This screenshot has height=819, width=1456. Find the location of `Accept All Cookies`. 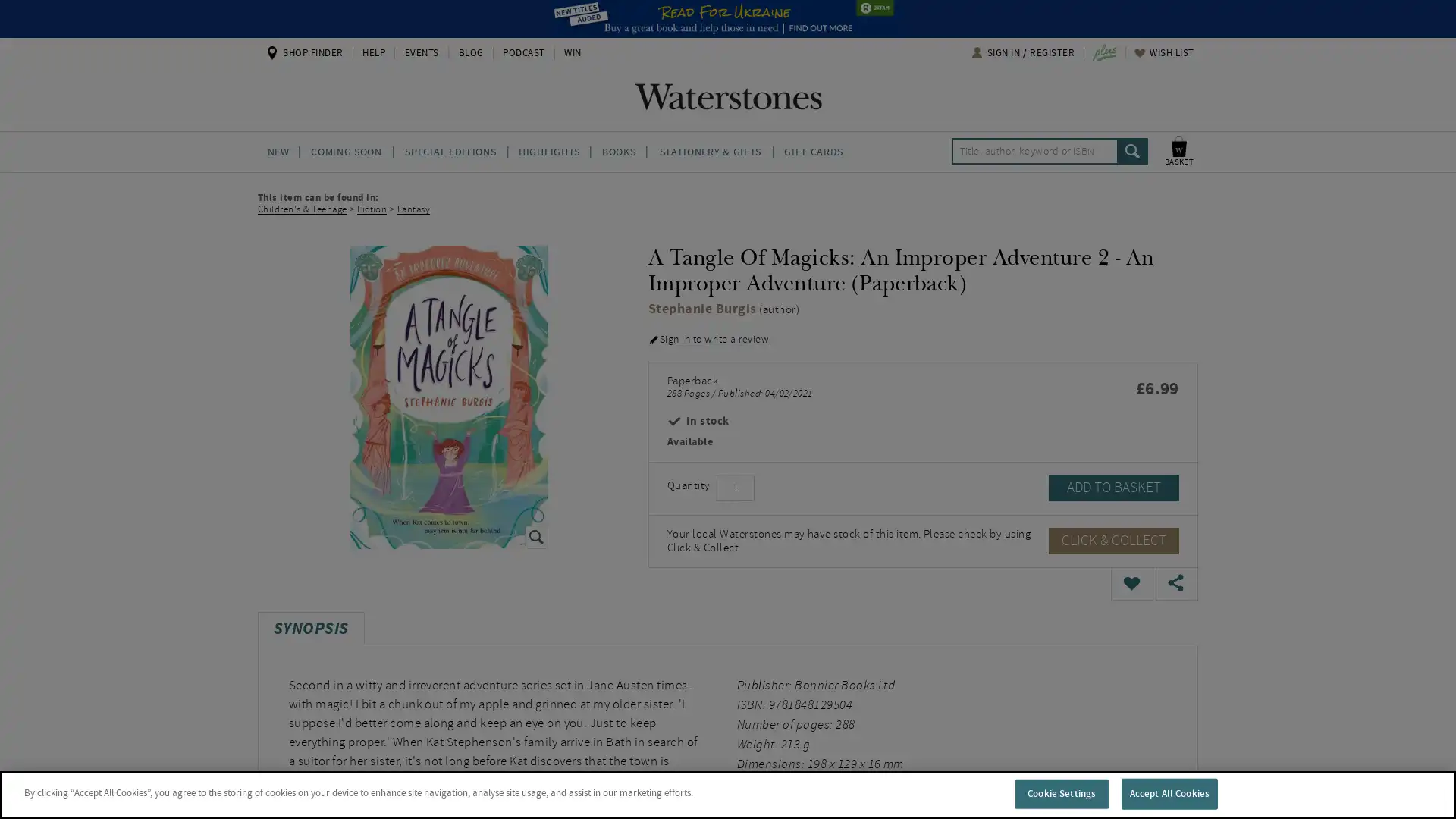

Accept All Cookies is located at coordinates (1168, 792).